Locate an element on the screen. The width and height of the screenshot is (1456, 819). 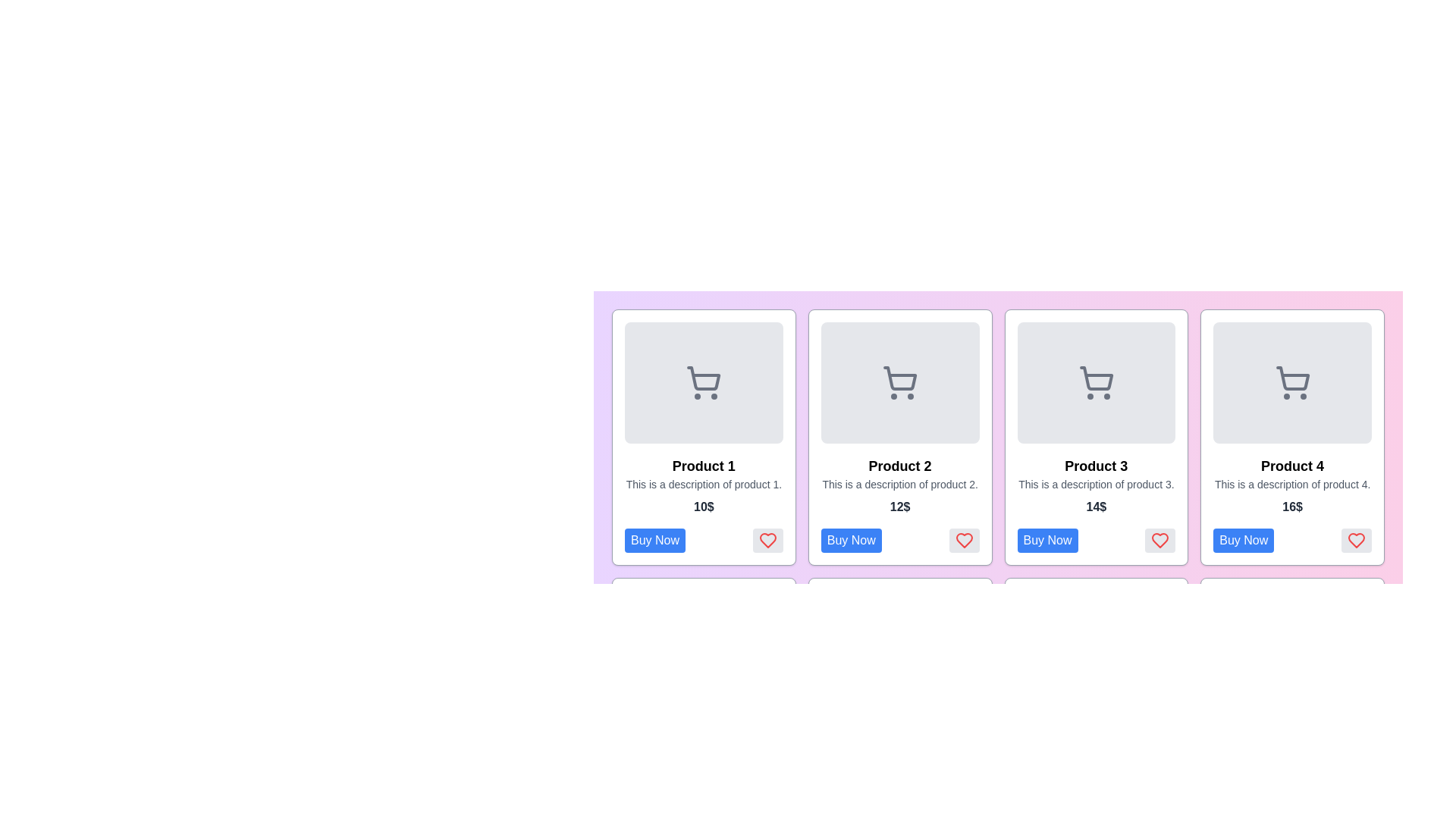
the shopping cart icon located in the fourth product card of the e-commerce product listings, positioned above the product name 'Product 4' is located at coordinates (1291, 378).